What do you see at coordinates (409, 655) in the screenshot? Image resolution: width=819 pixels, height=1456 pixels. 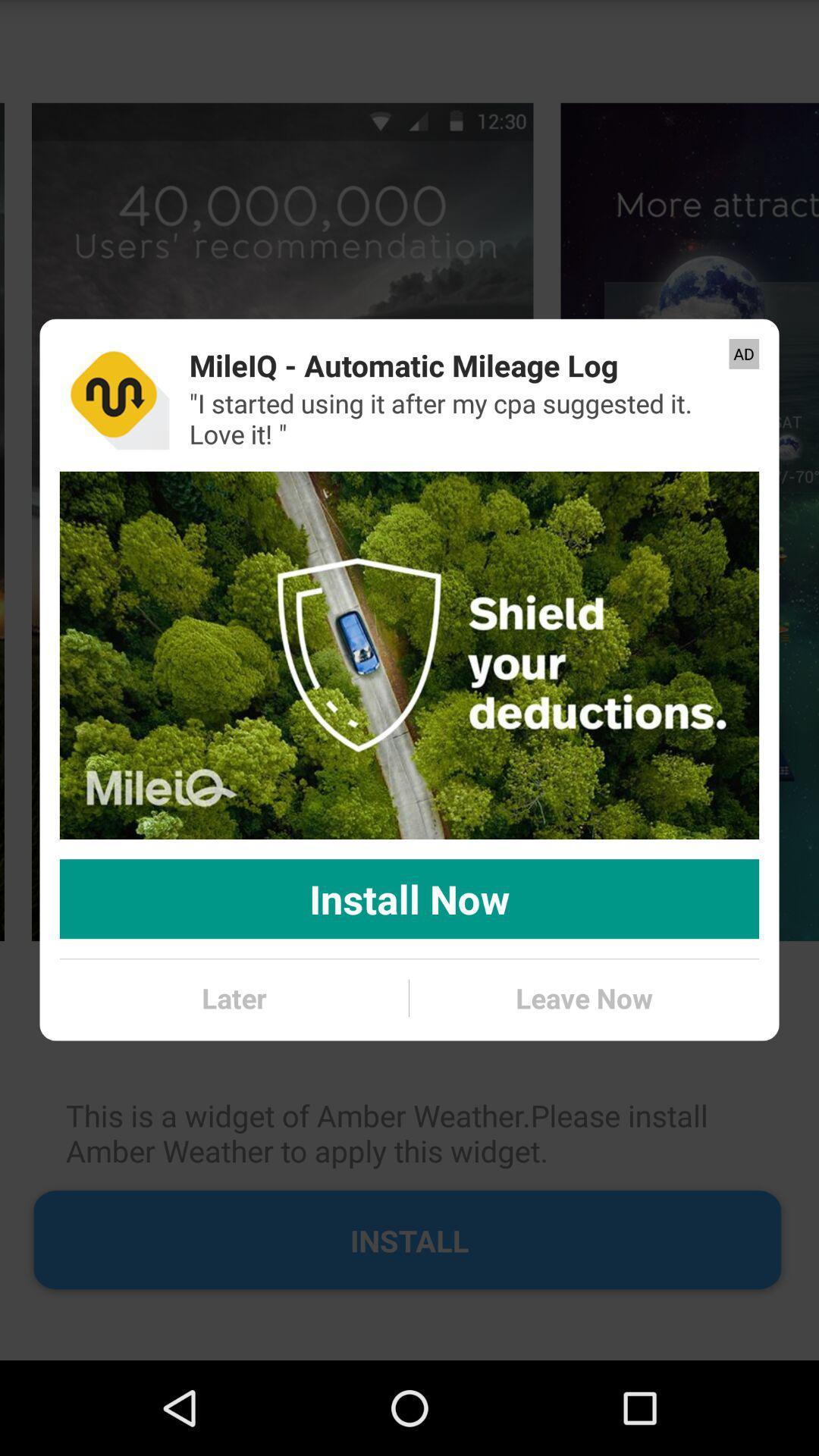 I see `the item below the i started using icon` at bounding box center [409, 655].